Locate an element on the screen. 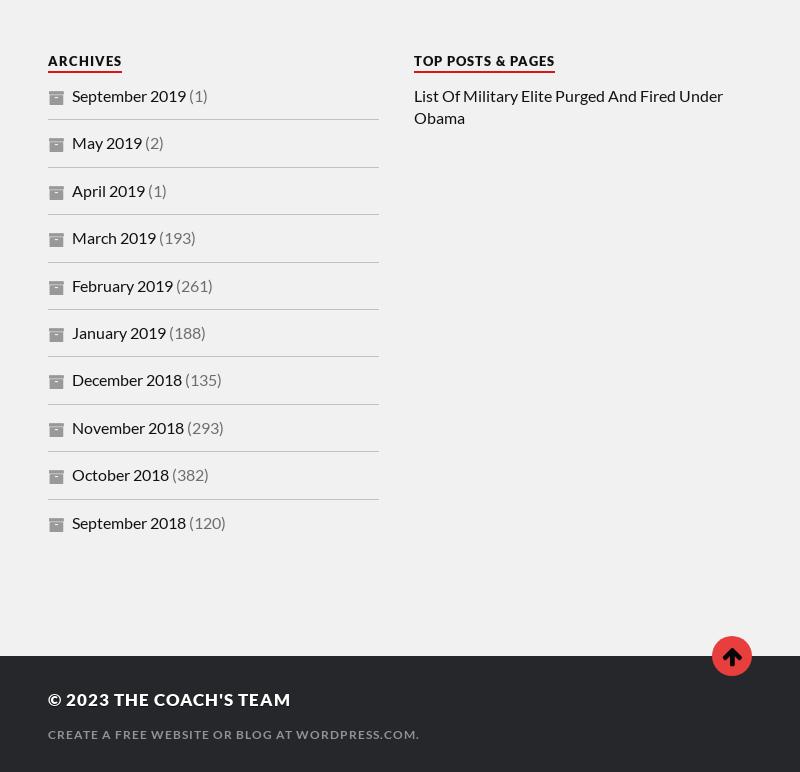  'List Of Military Elite Purged And Fired Under Obama' is located at coordinates (567, 105).